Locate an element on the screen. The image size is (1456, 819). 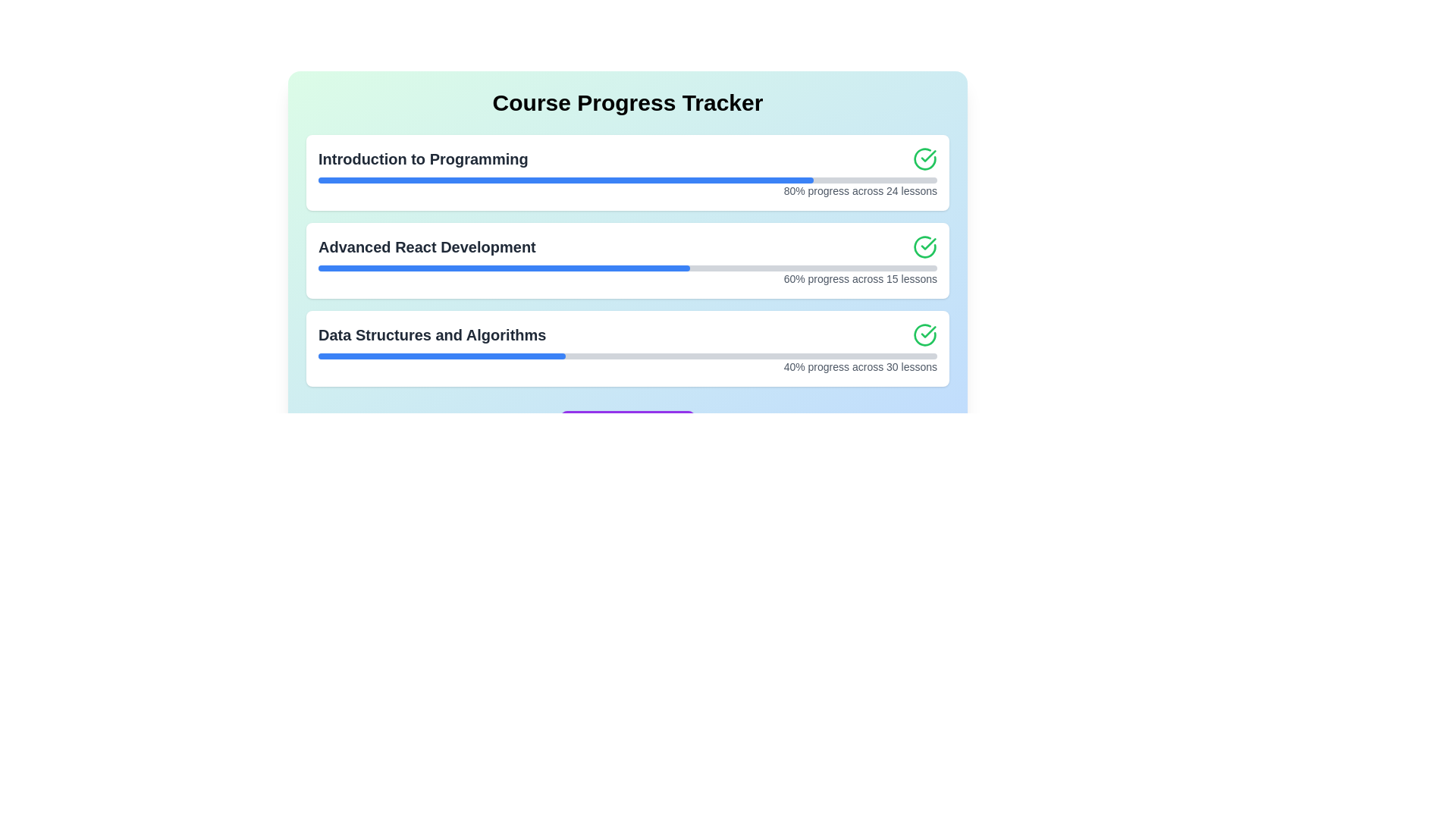
the green circular icon with a checkmark inside, indicating completion or success, located at the far-right of the 'Advanced React Development' course in the course progress tracker interface is located at coordinates (924, 246).